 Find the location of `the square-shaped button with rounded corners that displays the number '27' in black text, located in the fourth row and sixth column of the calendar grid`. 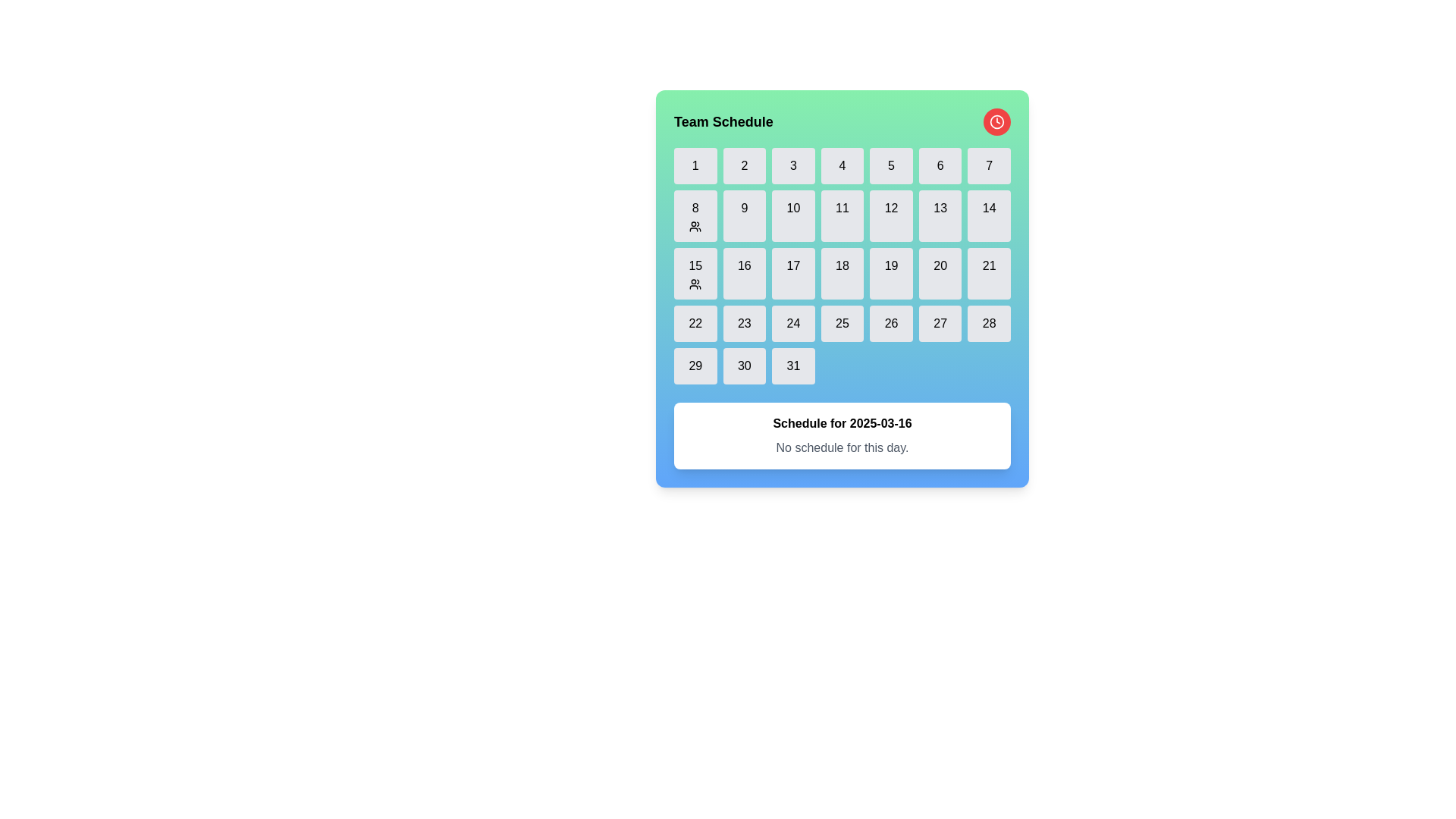

the square-shaped button with rounded corners that displays the number '27' in black text, located in the fourth row and sixth column of the calendar grid is located at coordinates (939, 323).